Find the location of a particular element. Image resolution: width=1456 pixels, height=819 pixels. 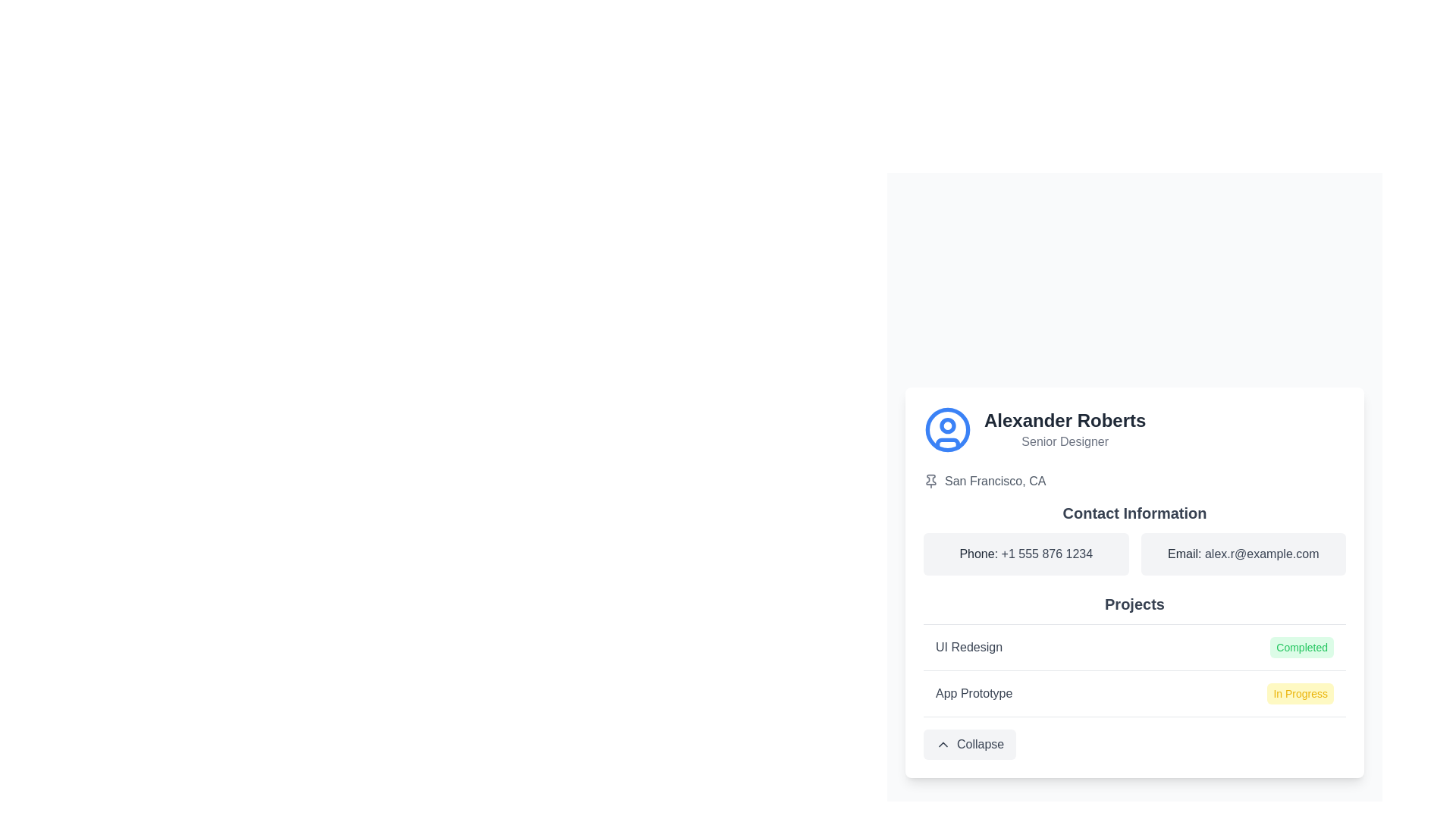

the text displaying the name and job title of the user located in the right-side card of the interface, above the 'San Francisco, CA' location text is located at coordinates (1064, 429).